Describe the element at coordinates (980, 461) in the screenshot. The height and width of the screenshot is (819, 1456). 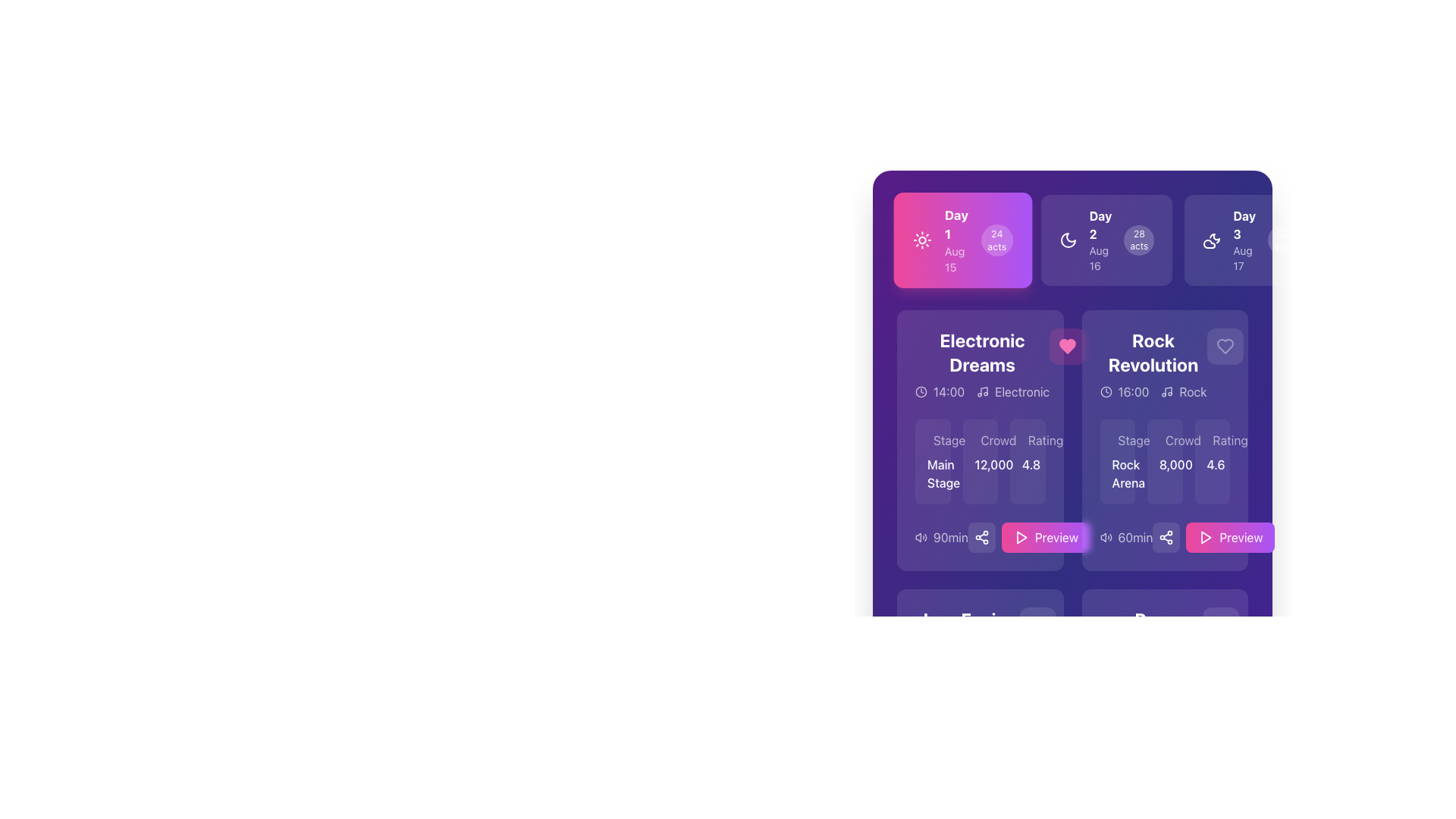
I see `text of the Informational grid row containing 'Stage', 'Crowd', and 'Rating' values, which includes 'Main Stage', '12,000', and '4.8'` at that location.